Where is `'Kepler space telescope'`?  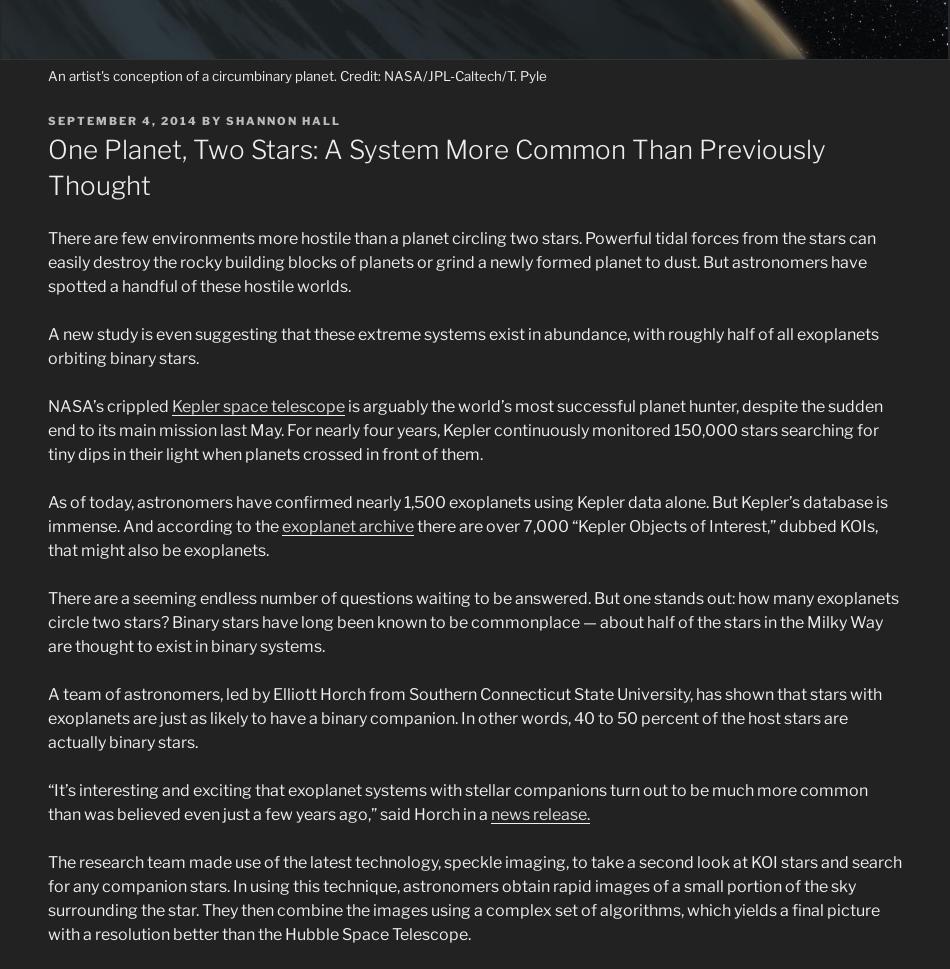
'Kepler space telescope' is located at coordinates (257, 405).